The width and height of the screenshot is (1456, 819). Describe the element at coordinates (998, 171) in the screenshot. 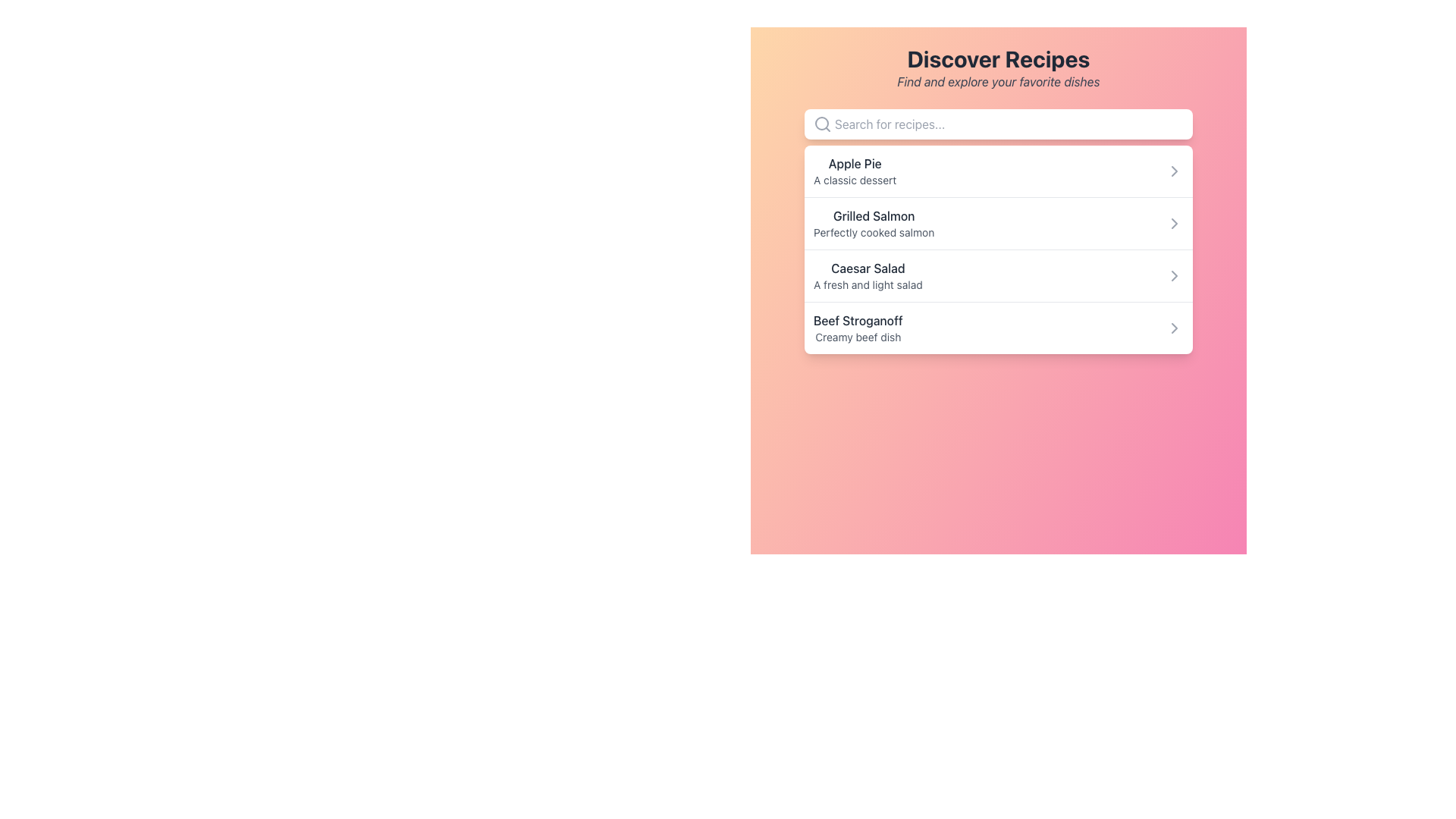

I see `the first list item representing 'Apple Pie' located under the search bar` at that location.